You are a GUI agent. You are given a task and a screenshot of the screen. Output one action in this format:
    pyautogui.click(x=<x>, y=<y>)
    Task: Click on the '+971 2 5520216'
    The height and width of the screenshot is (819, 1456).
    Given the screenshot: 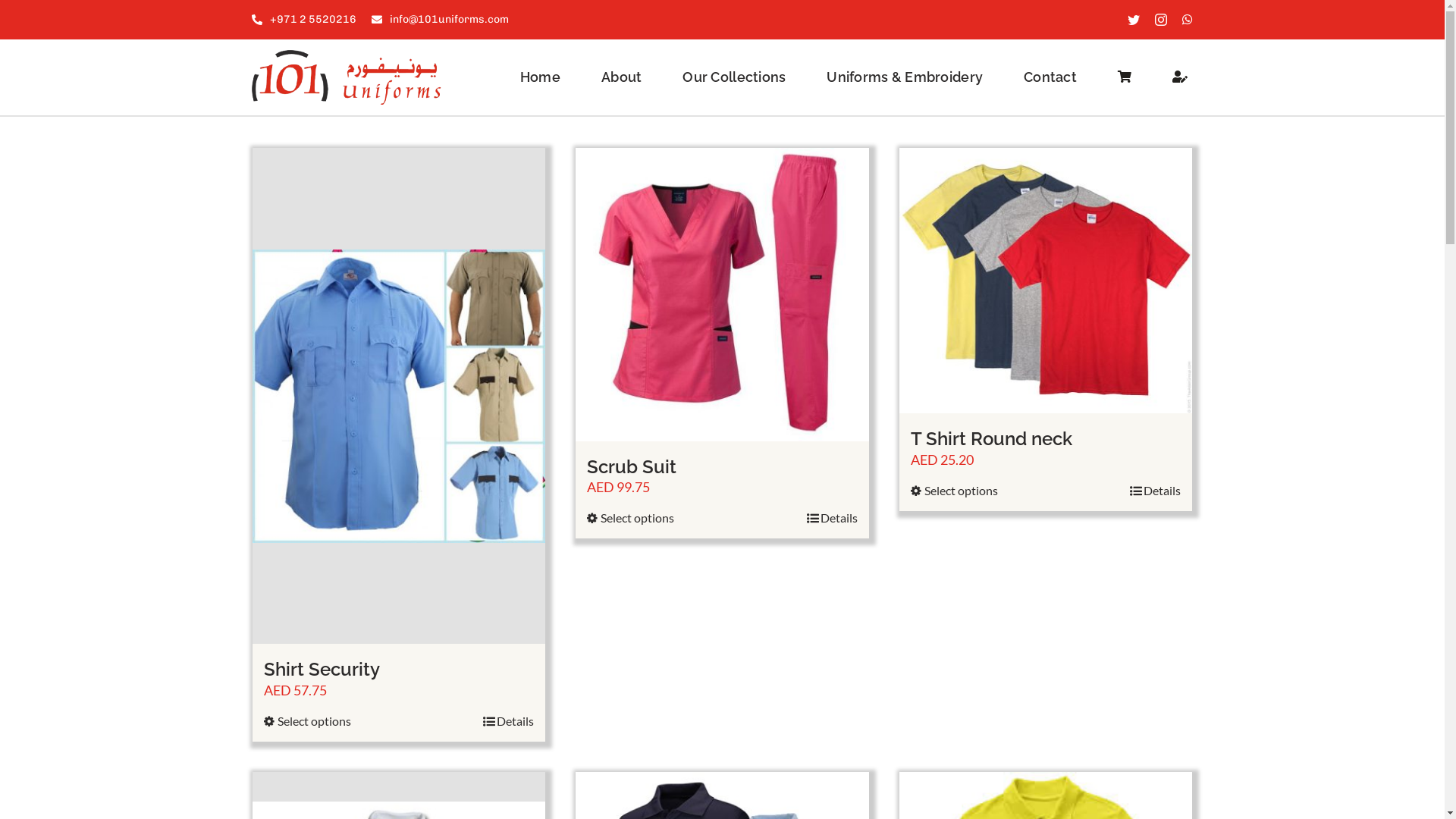 What is the action you would take?
    pyautogui.click(x=251, y=20)
    